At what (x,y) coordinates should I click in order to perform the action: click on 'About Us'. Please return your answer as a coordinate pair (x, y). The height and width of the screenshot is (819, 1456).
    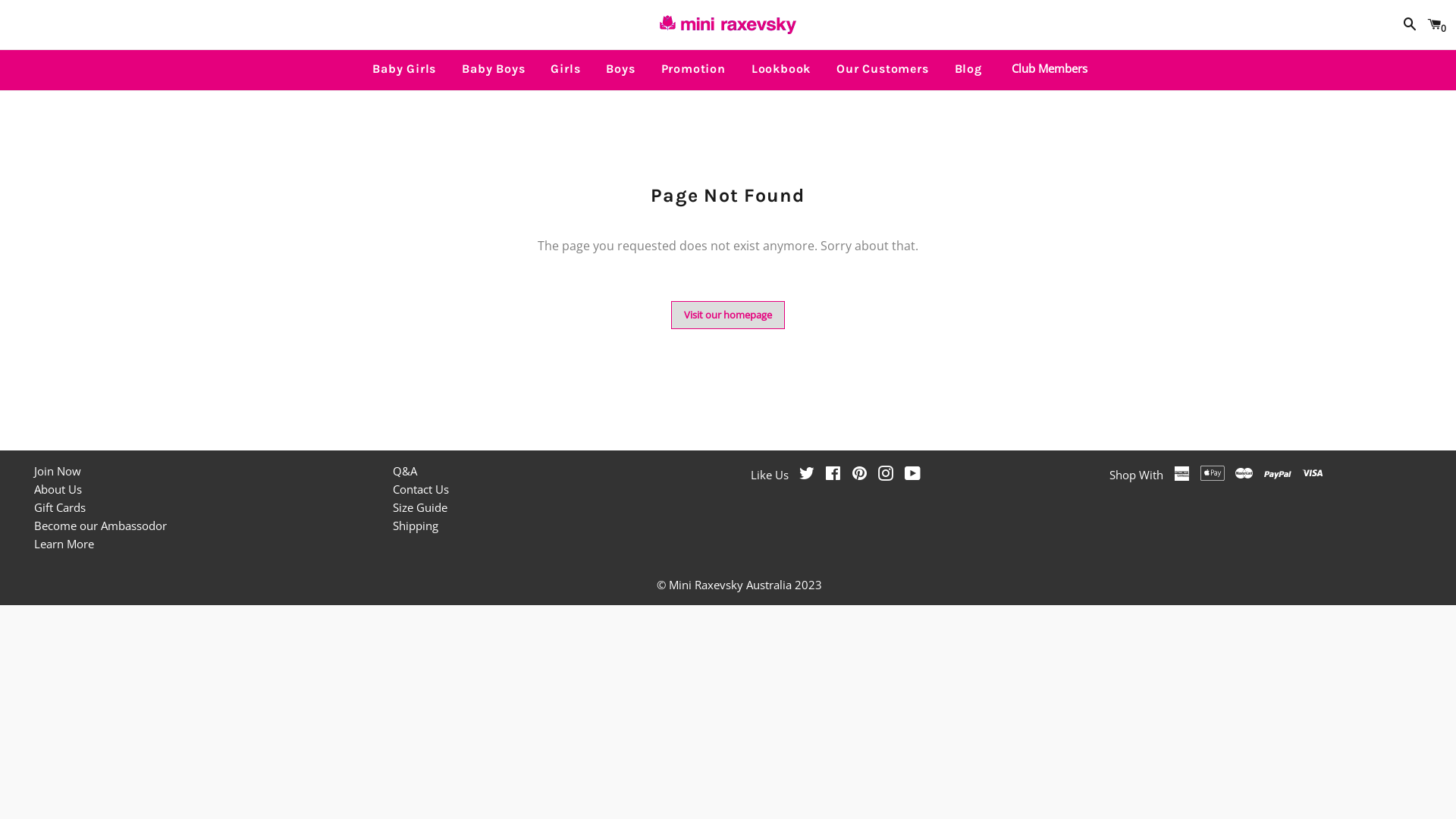
    Looking at the image, I should click on (33, 488).